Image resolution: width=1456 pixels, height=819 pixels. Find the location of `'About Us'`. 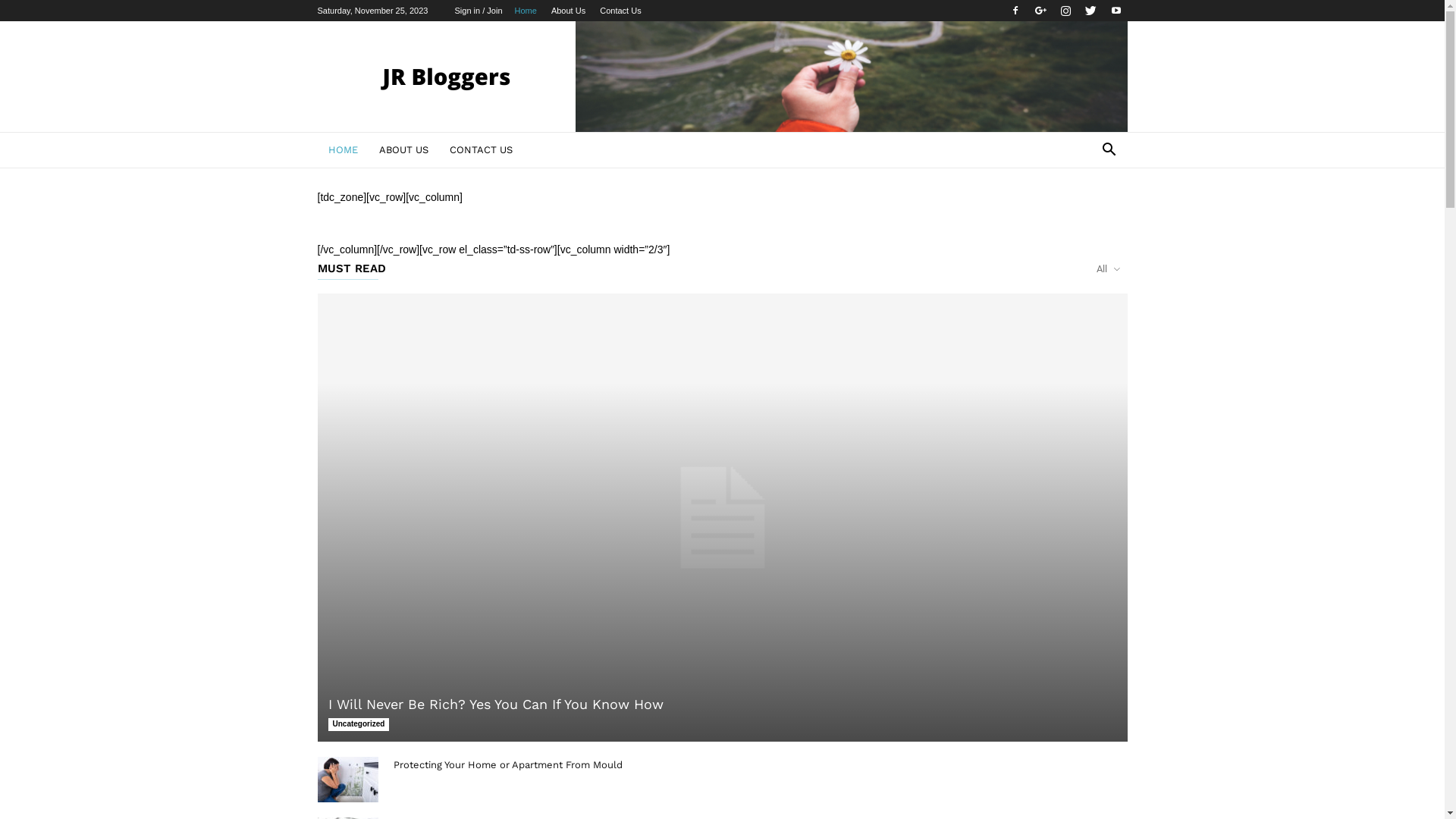

'About Us' is located at coordinates (567, 11).